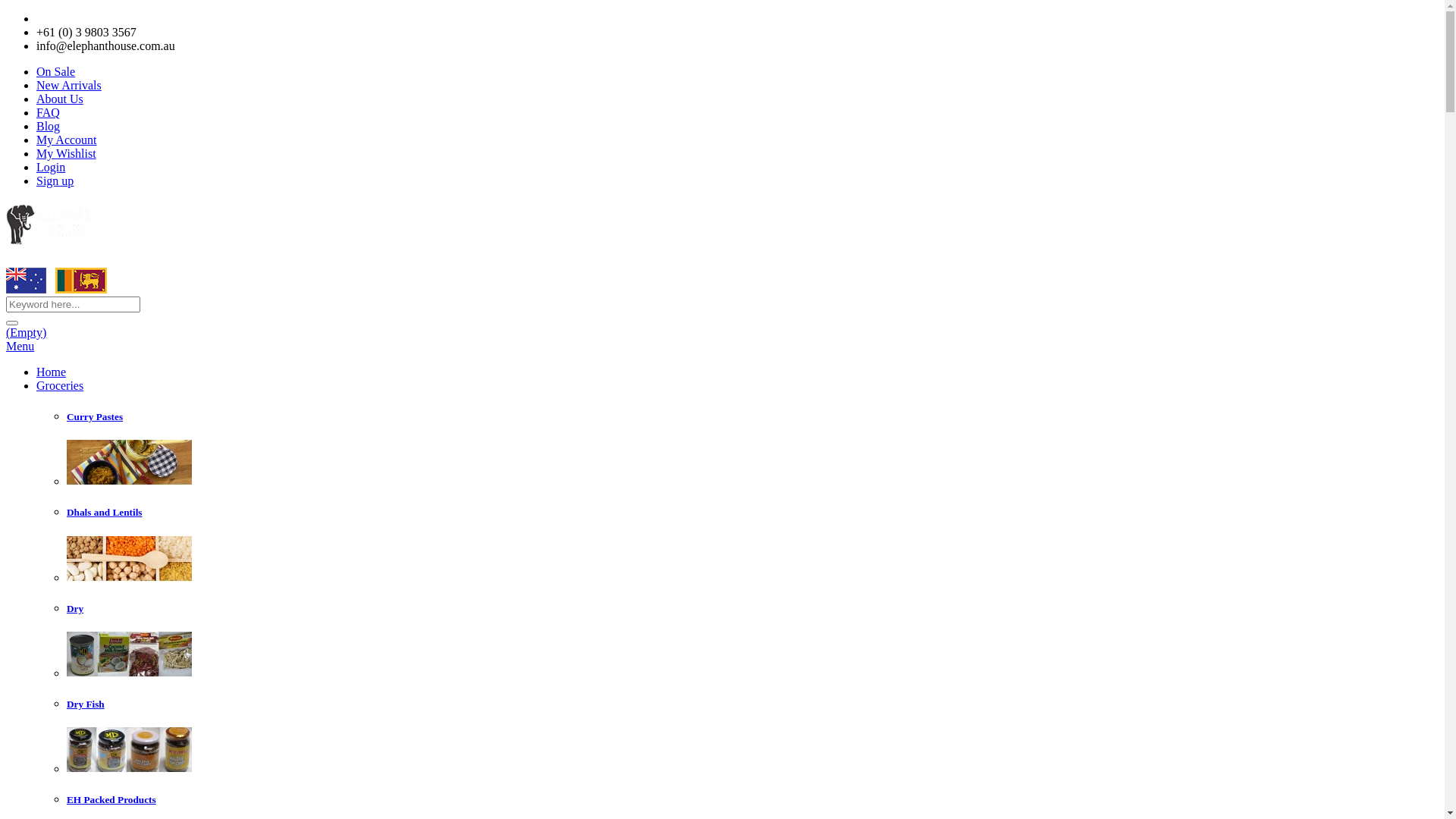 This screenshot has width=1456, height=819. I want to click on 'New Arrivals', so click(68, 85).